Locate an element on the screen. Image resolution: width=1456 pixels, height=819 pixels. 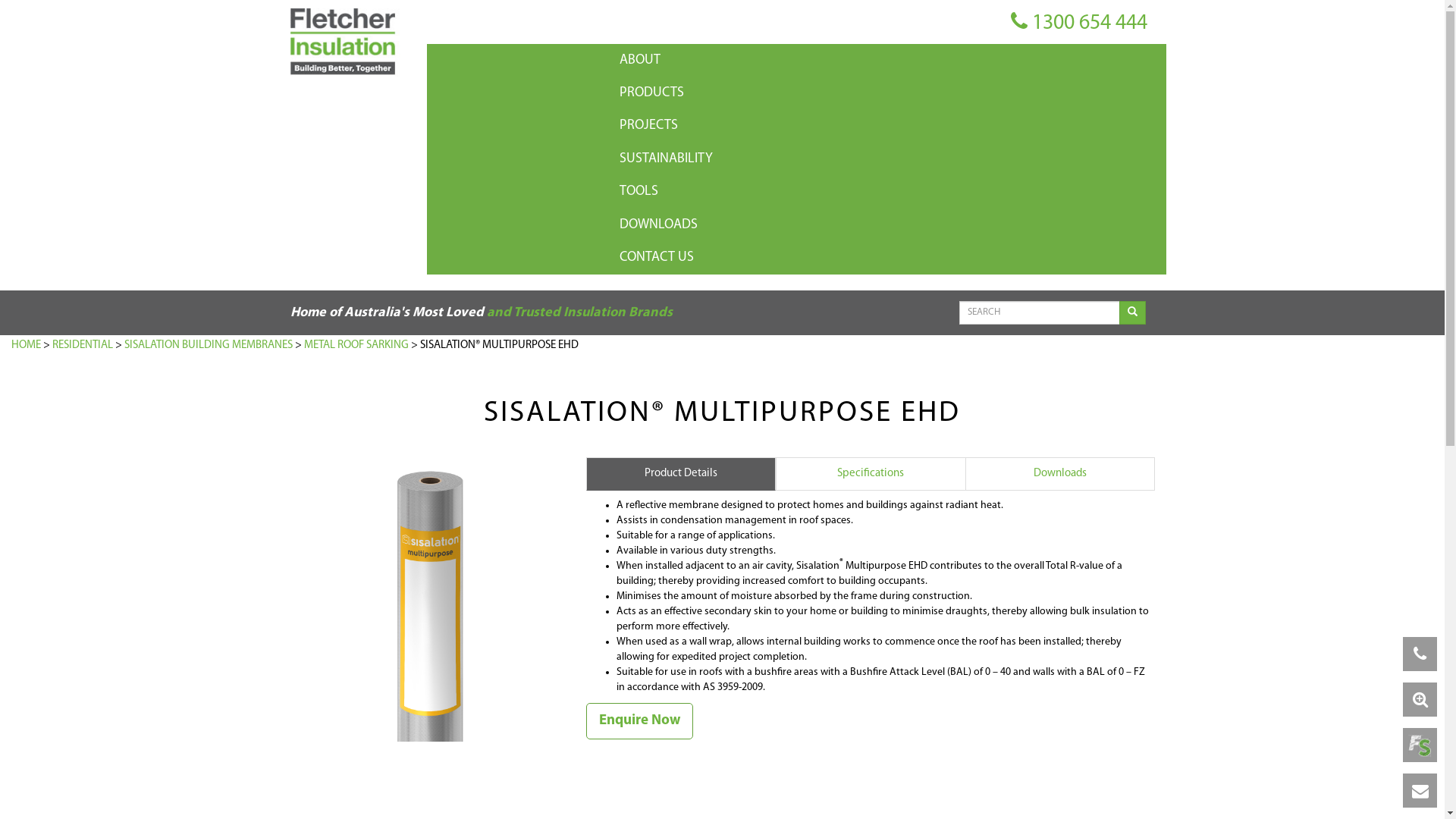
'Downloads' is located at coordinates (1058, 472).